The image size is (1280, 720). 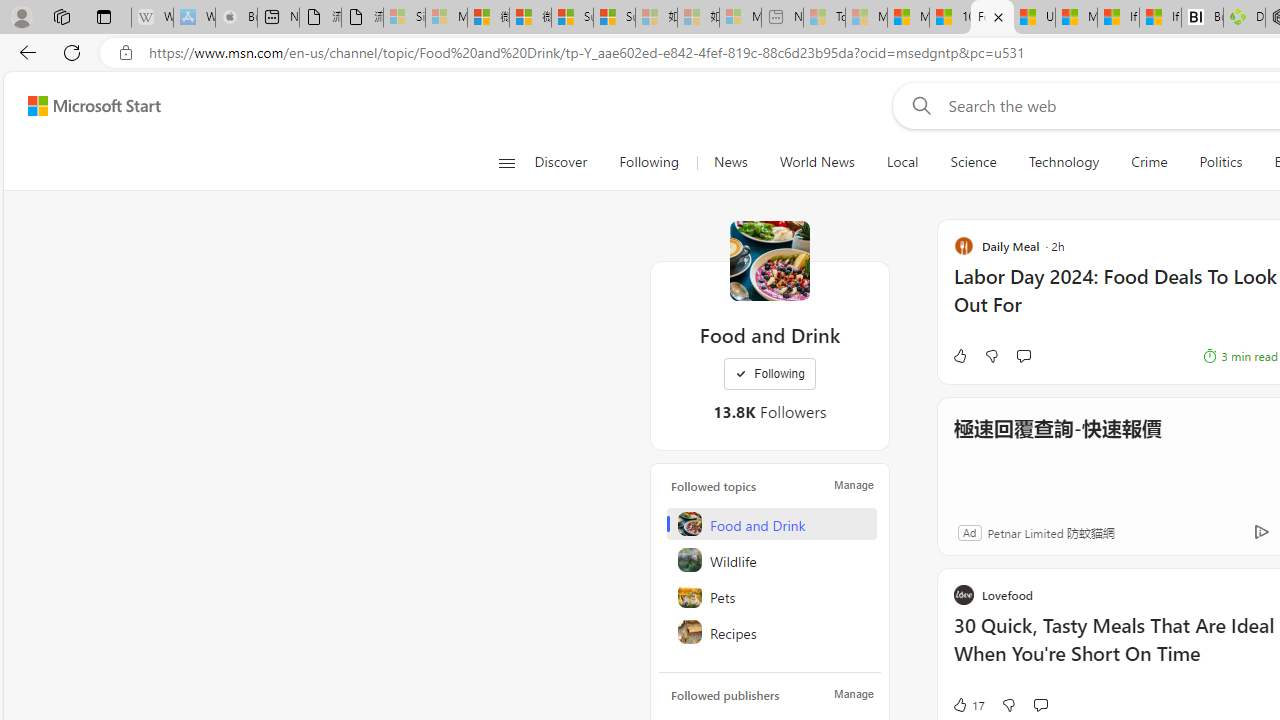 I want to click on 'New tab - Sleeping', so click(x=781, y=17).